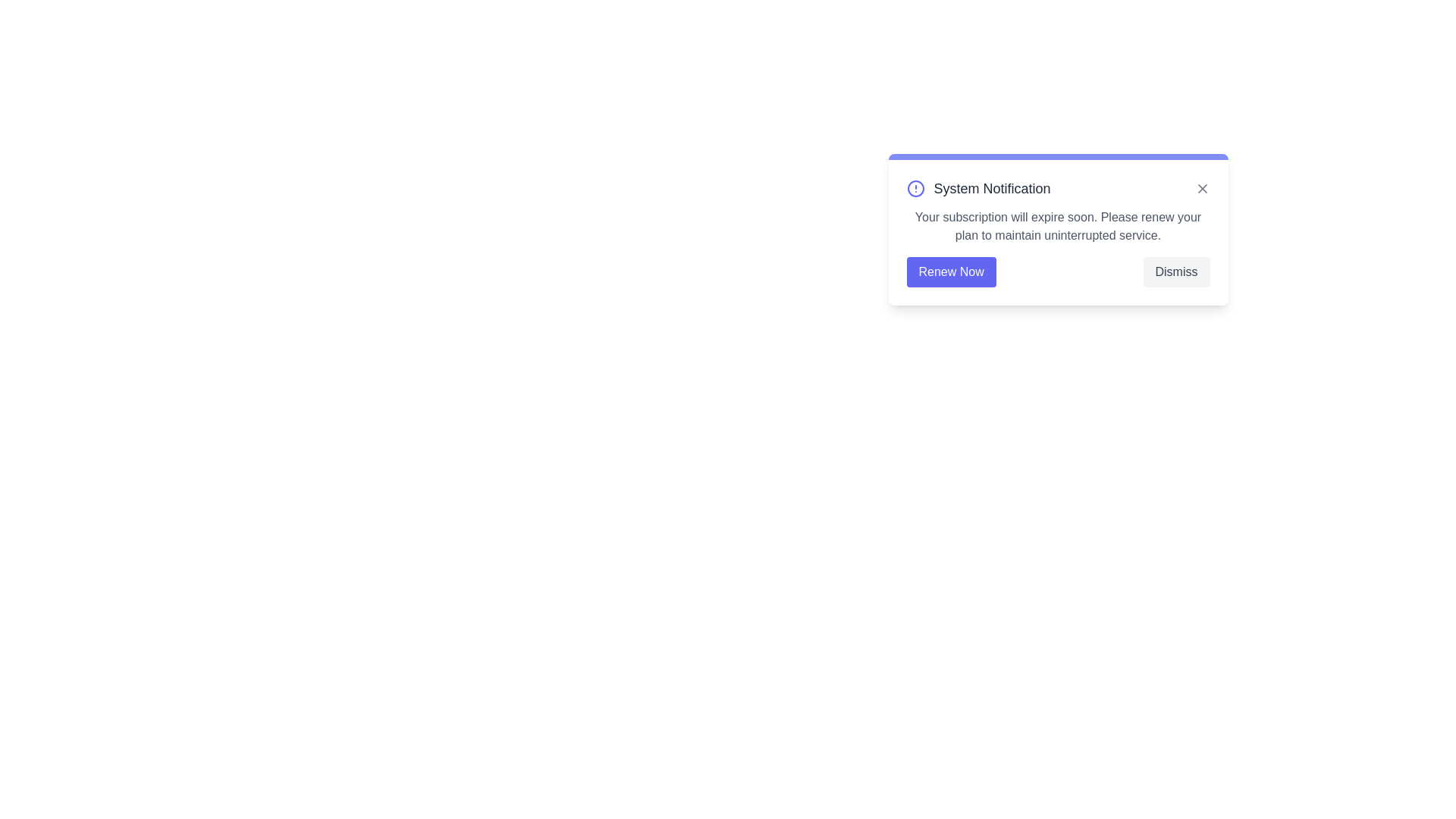 The image size is (1456, 819). I want to click on the 'Renew Now' button, so click(950, 271).